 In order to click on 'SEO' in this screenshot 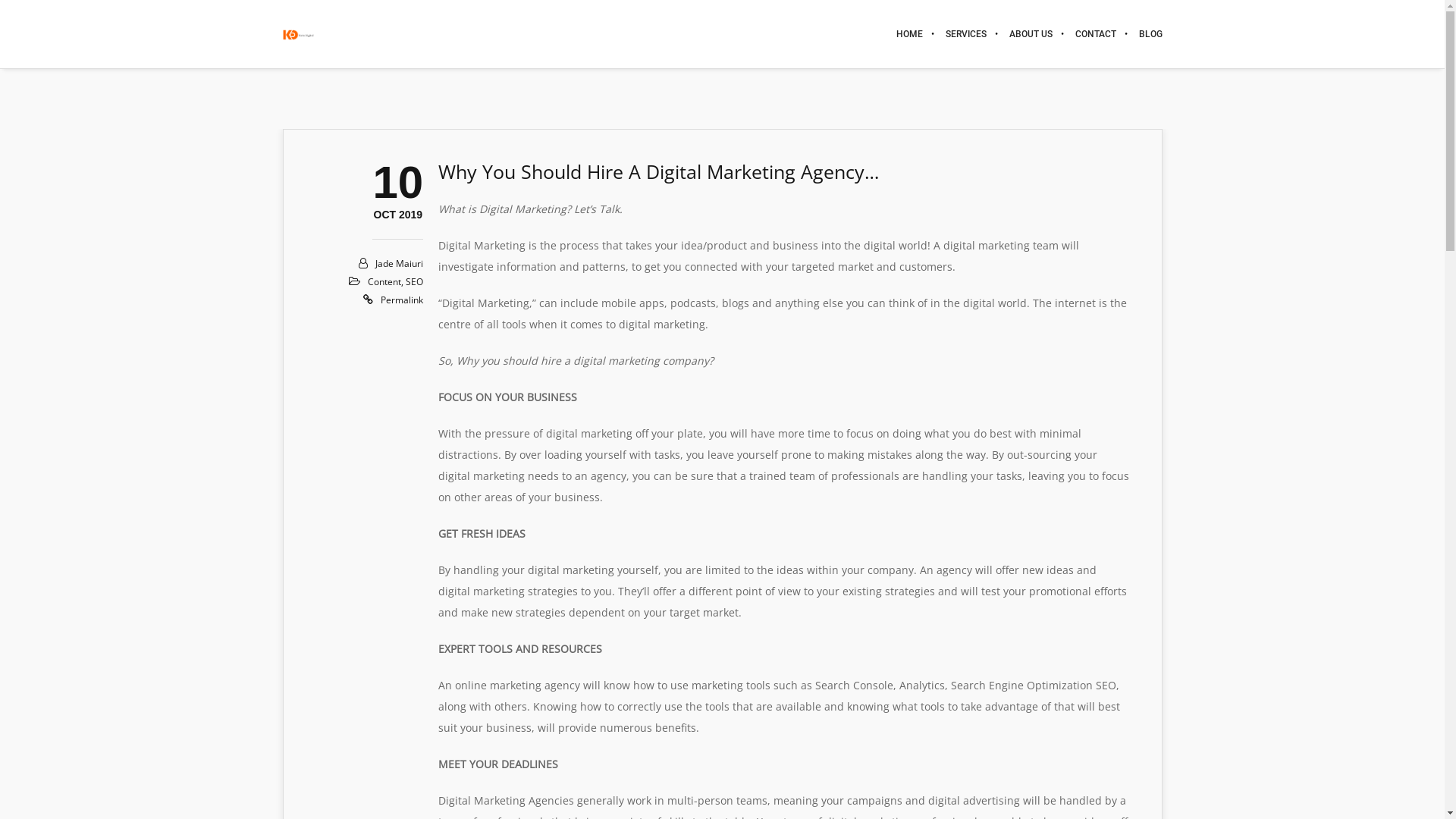, I will do `click(405, 281)`.